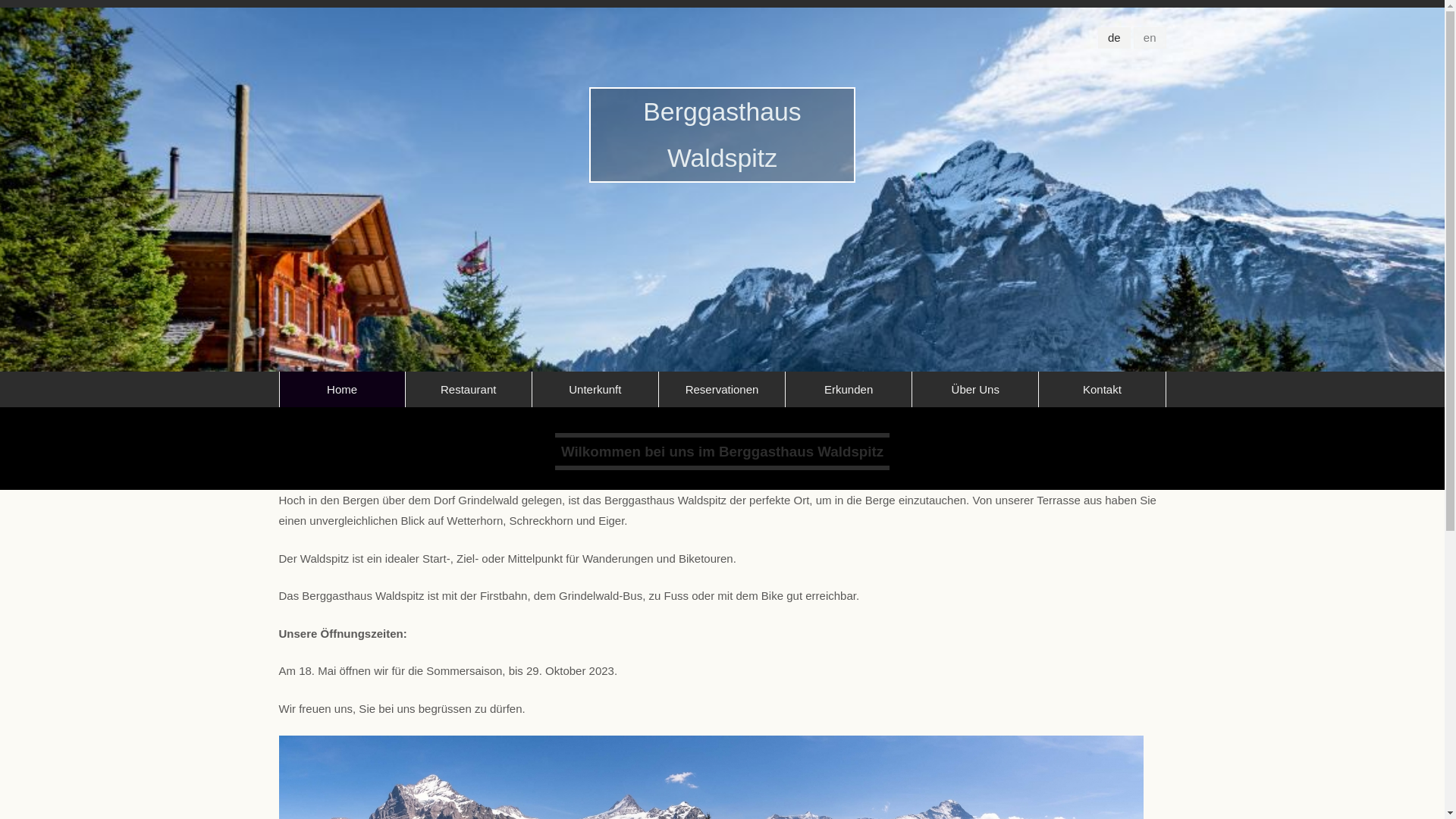 Image resolution: width=1456 pixels, height=819 pixels. Describe the element at coordinates (786, 388) in the screenshot. I see `'Erkunden'` at that location.